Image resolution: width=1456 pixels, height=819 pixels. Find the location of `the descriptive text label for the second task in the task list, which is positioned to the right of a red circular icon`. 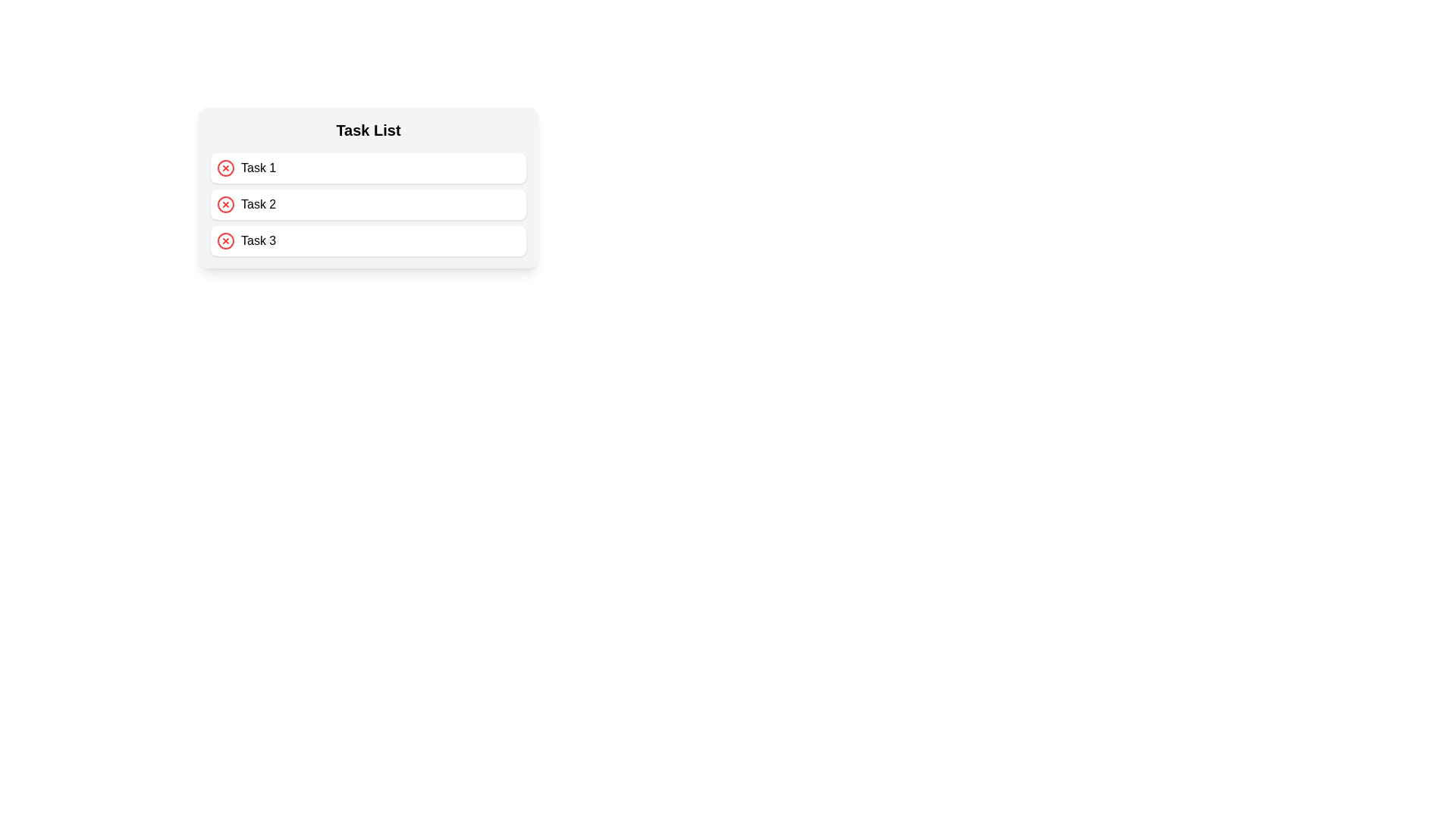

the descriptive text label for the second task in the task list, which is positioned to the right of a red circular icon is located at coordinates (259, 205).